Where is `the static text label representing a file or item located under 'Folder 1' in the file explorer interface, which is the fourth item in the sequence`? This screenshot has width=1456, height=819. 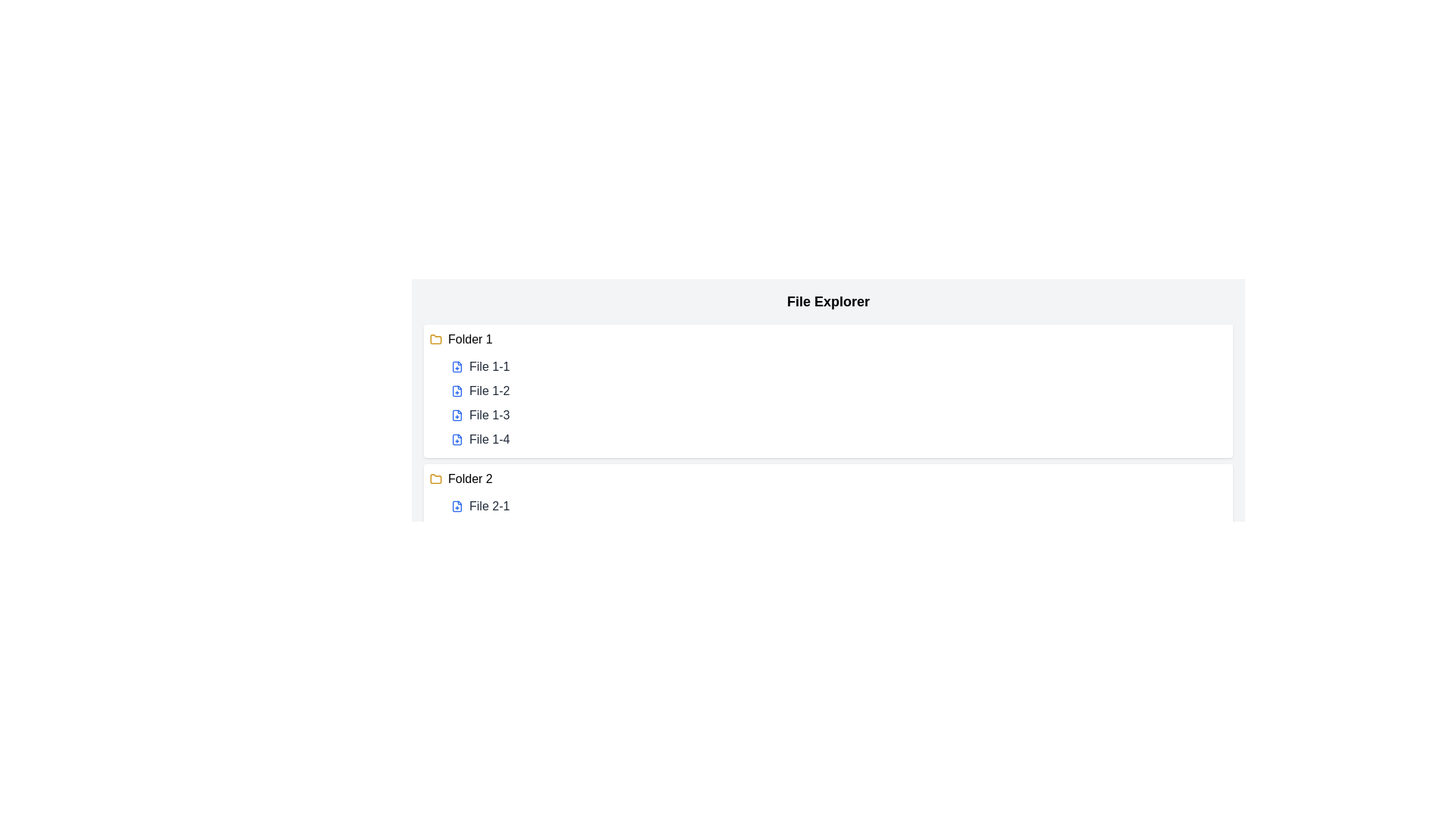 the static text label representing a file or item located under 'Folder 1' in the file explorer interface, which is the fourth item in the sequence is located at coordinates (489, 439).